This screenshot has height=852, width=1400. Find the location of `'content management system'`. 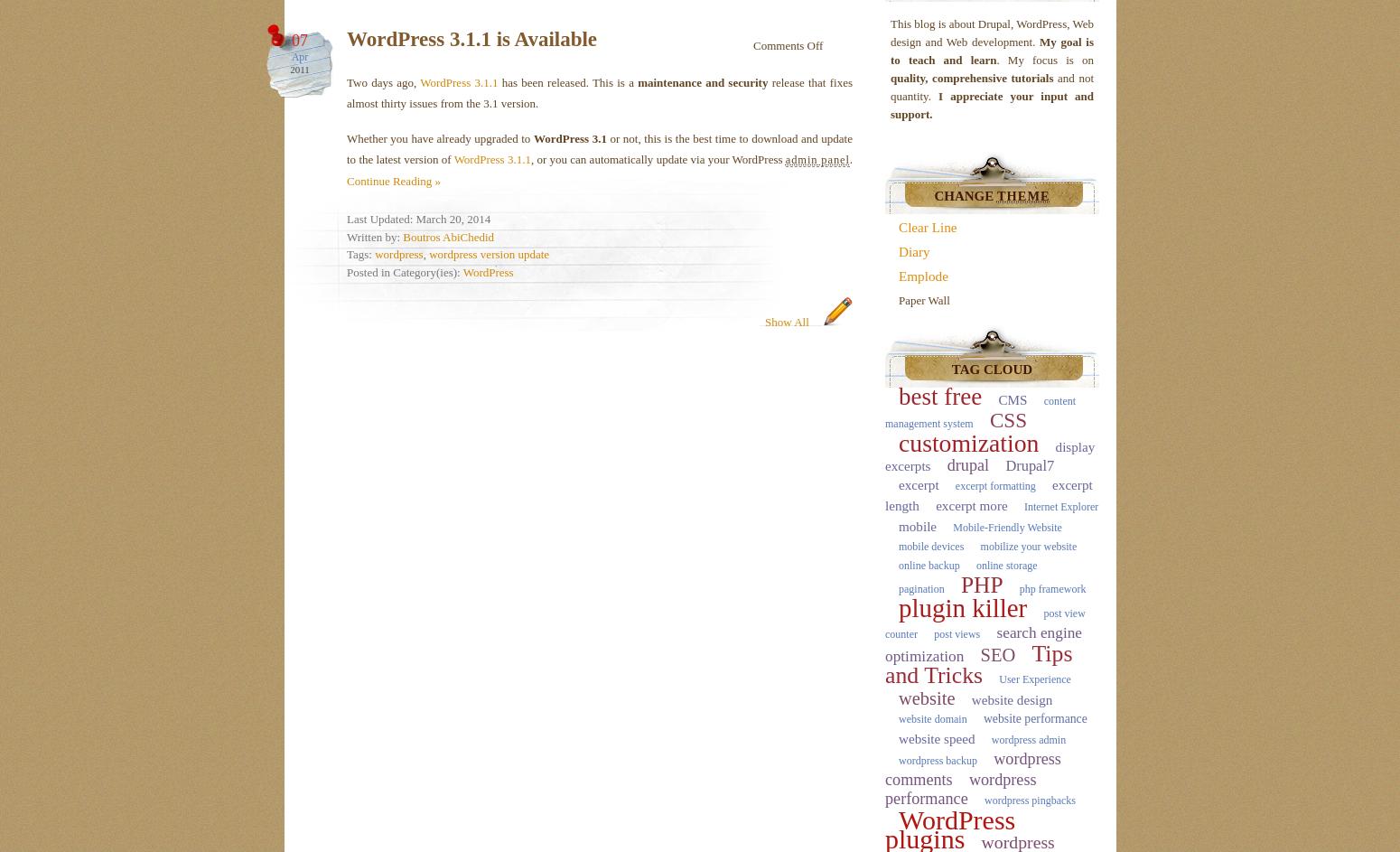

'content management system' is located at coordinates (884, 412).